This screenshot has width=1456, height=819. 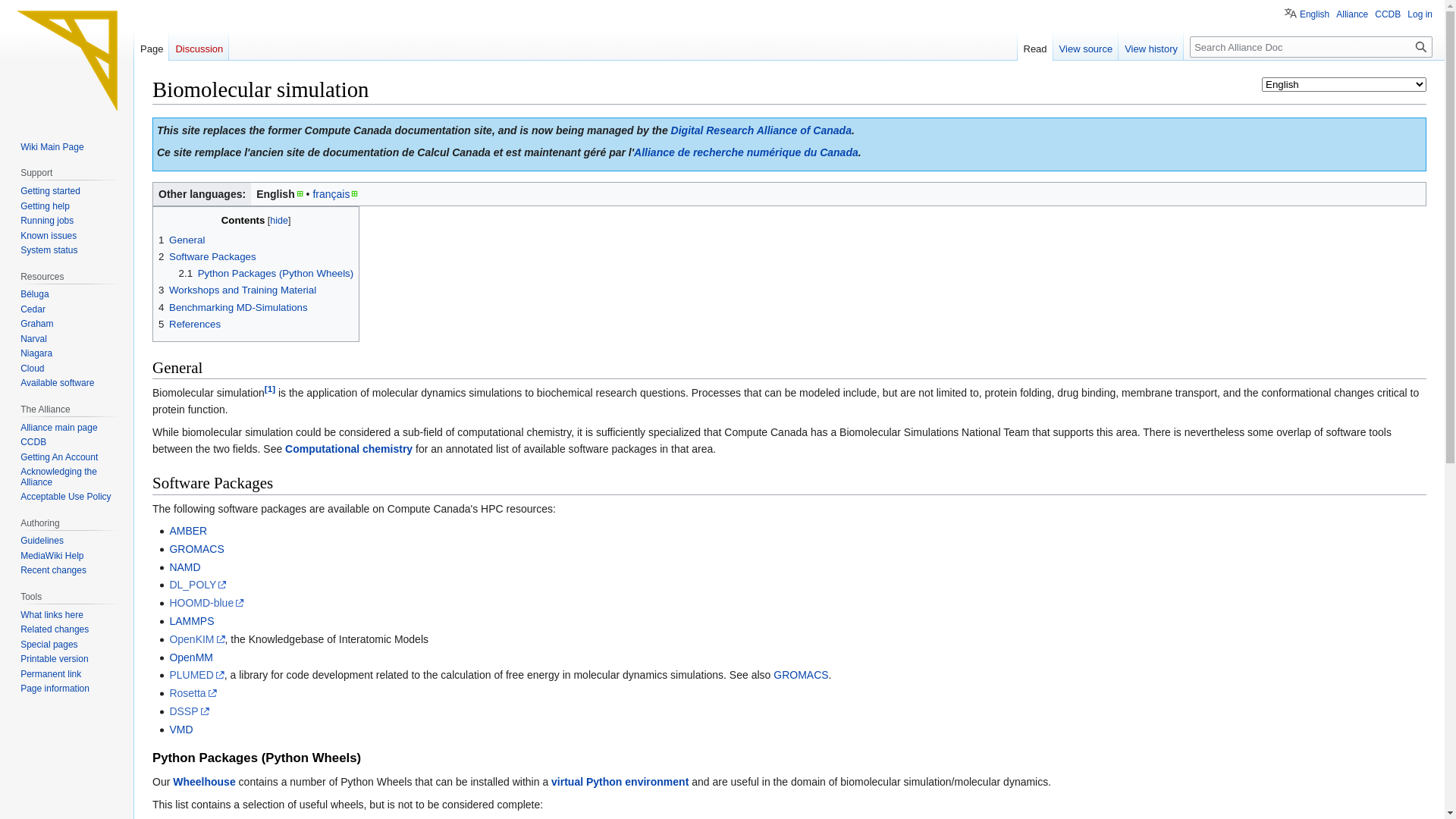 What do you see at coordinates (269, 388) in the screenshot?
I see `'[1]'` at bounding box center [269, 388].